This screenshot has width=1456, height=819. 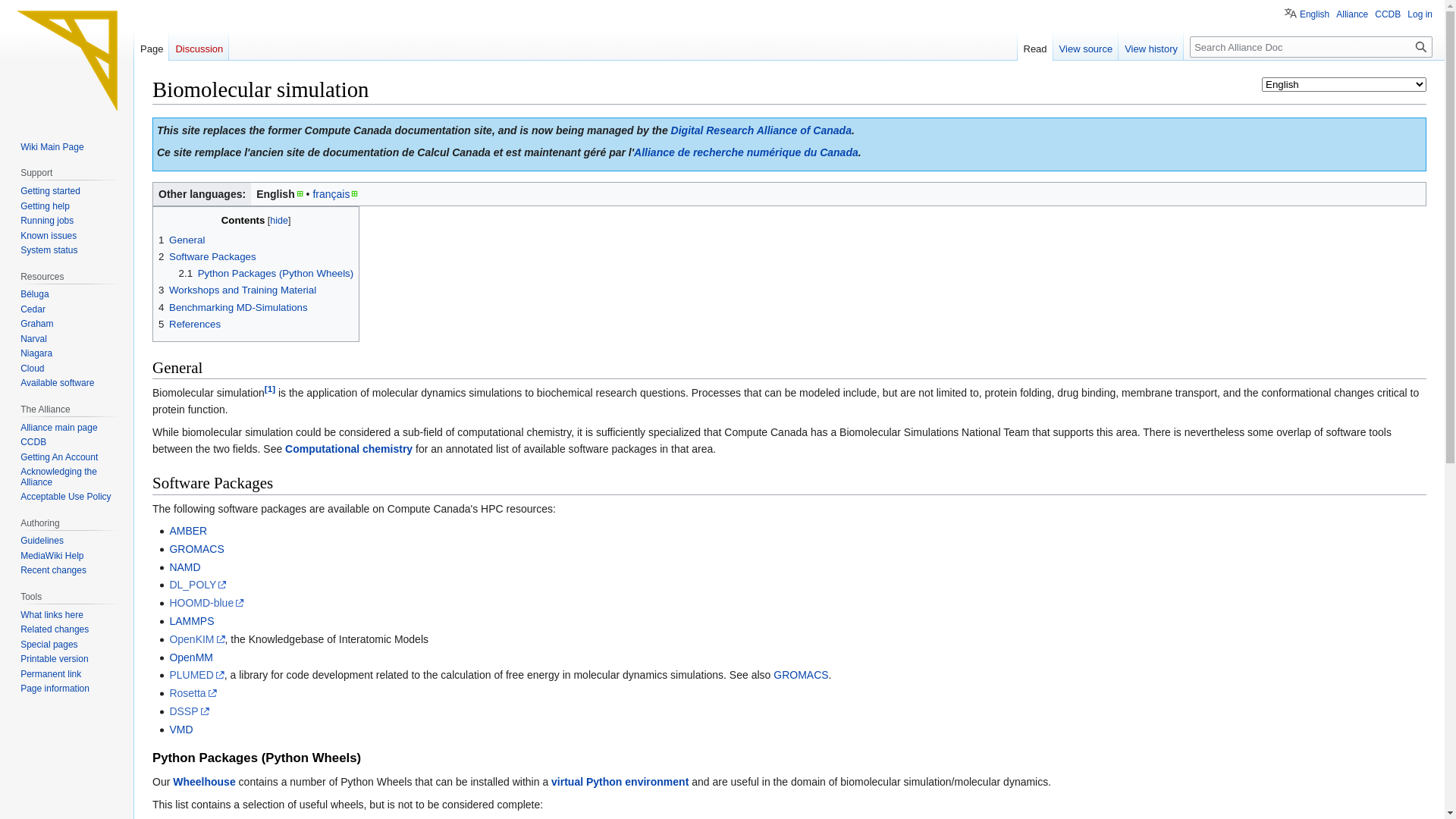 What do you see at coordinates (269, 388) in the screenshot?
I see `'[1]'` at bounding box center [269, 388].